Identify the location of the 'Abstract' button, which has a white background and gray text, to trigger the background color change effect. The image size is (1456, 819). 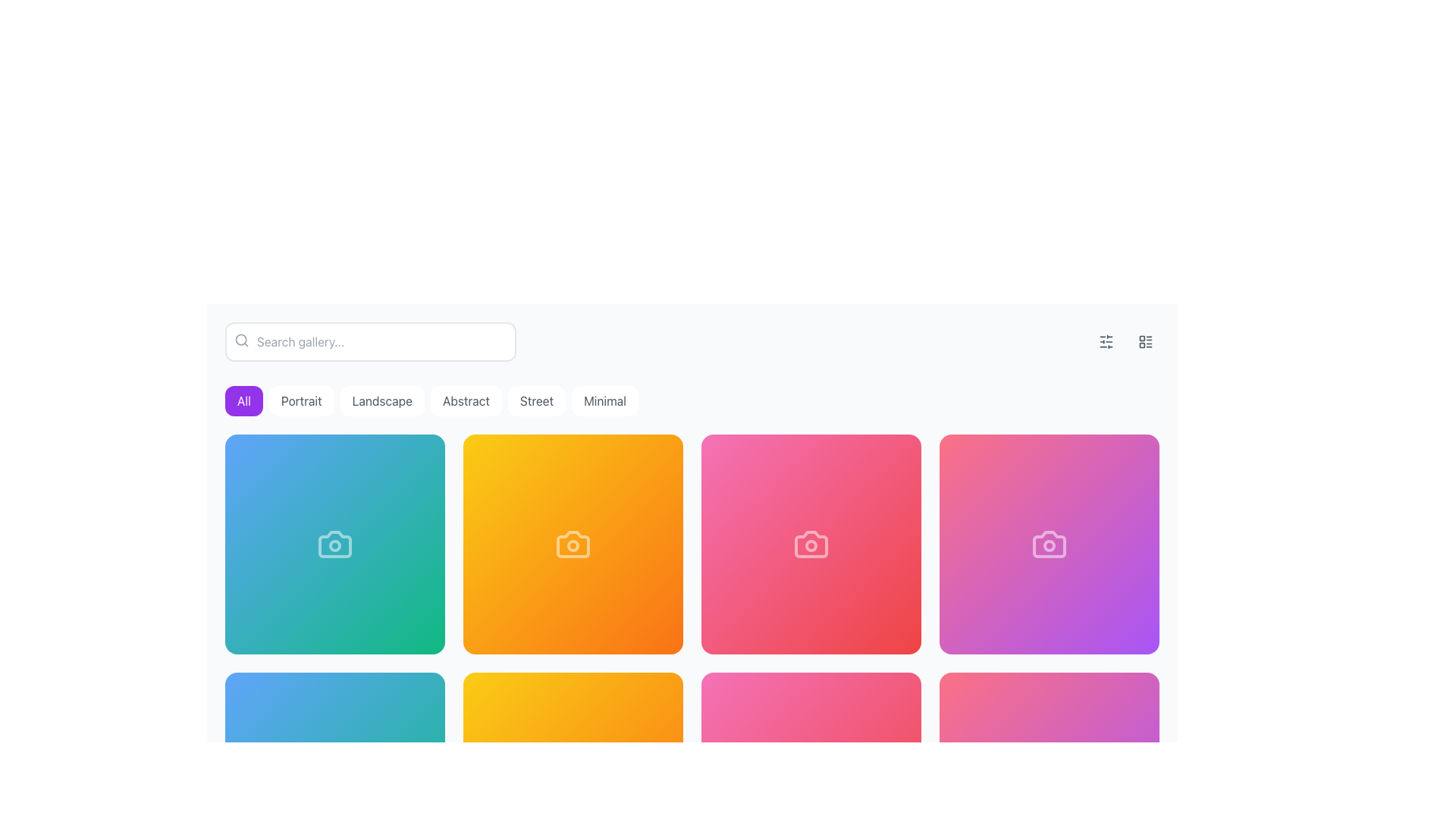
(465, 400).